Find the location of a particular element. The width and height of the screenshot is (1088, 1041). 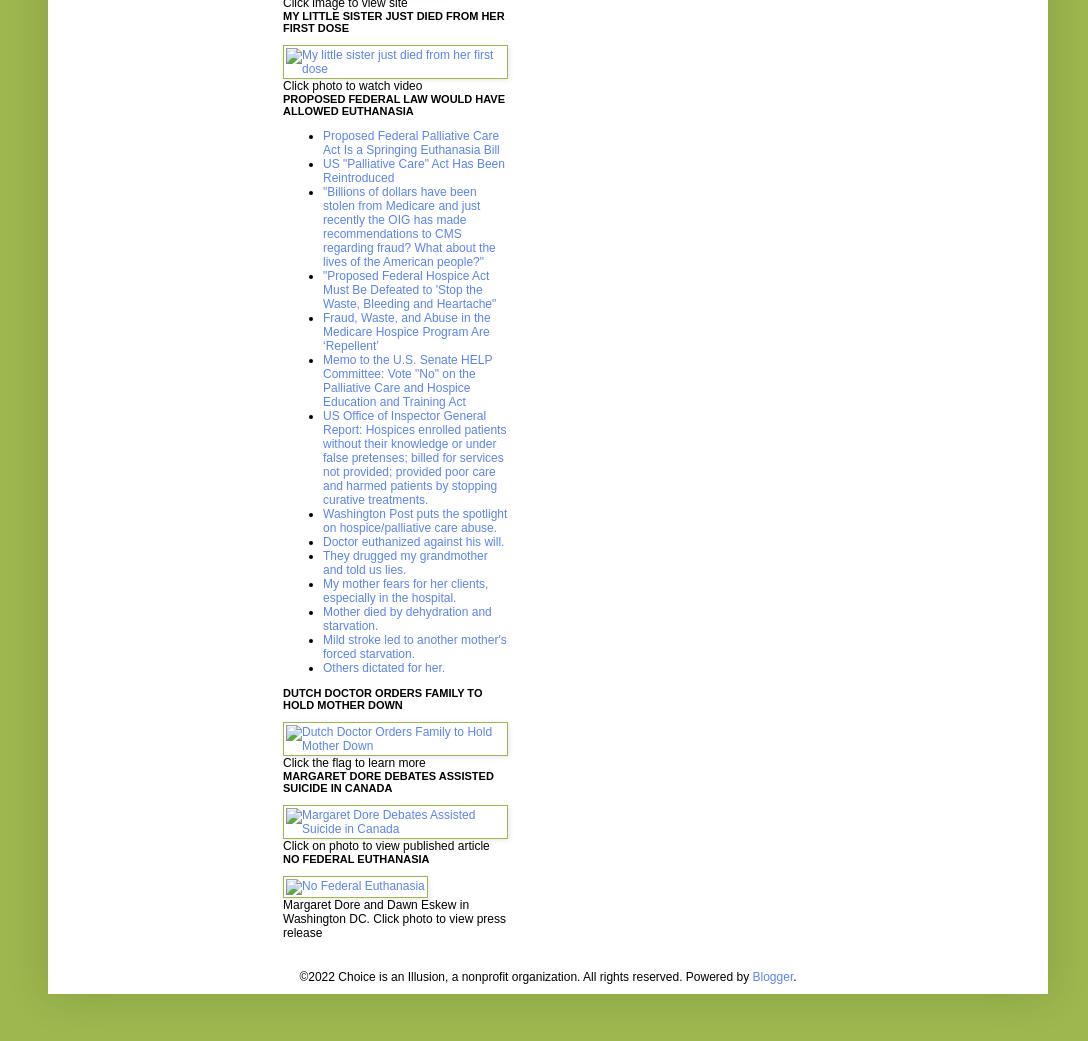

'No Federal Euthanasia' is located at coordinates (355, 858).